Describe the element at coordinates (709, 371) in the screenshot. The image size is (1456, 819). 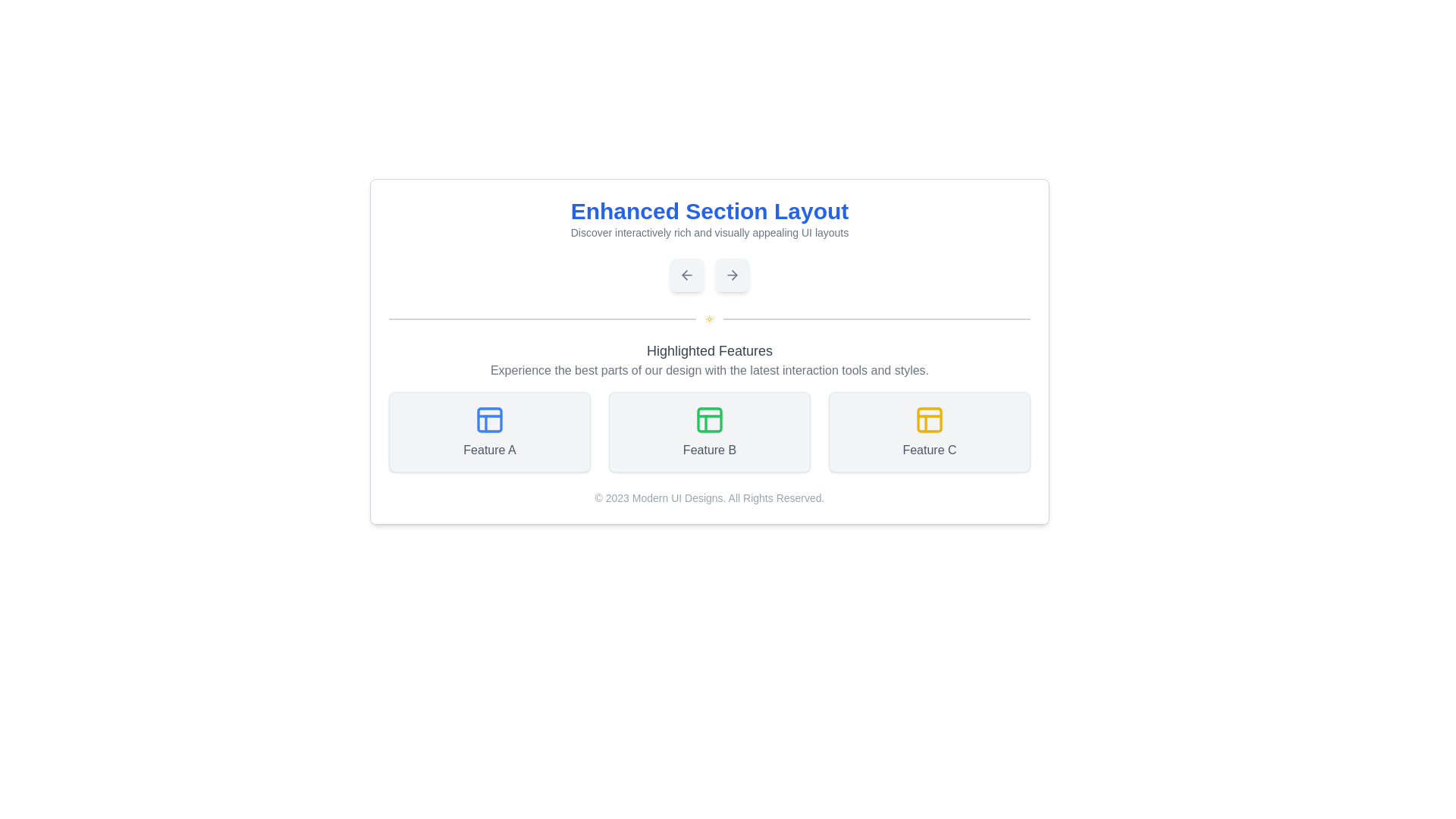
I see `the descriptive subtitle located below the title 'Highlighted Features' and above the section with features labeled Feature A, Feature B, and Feature C` at that location.